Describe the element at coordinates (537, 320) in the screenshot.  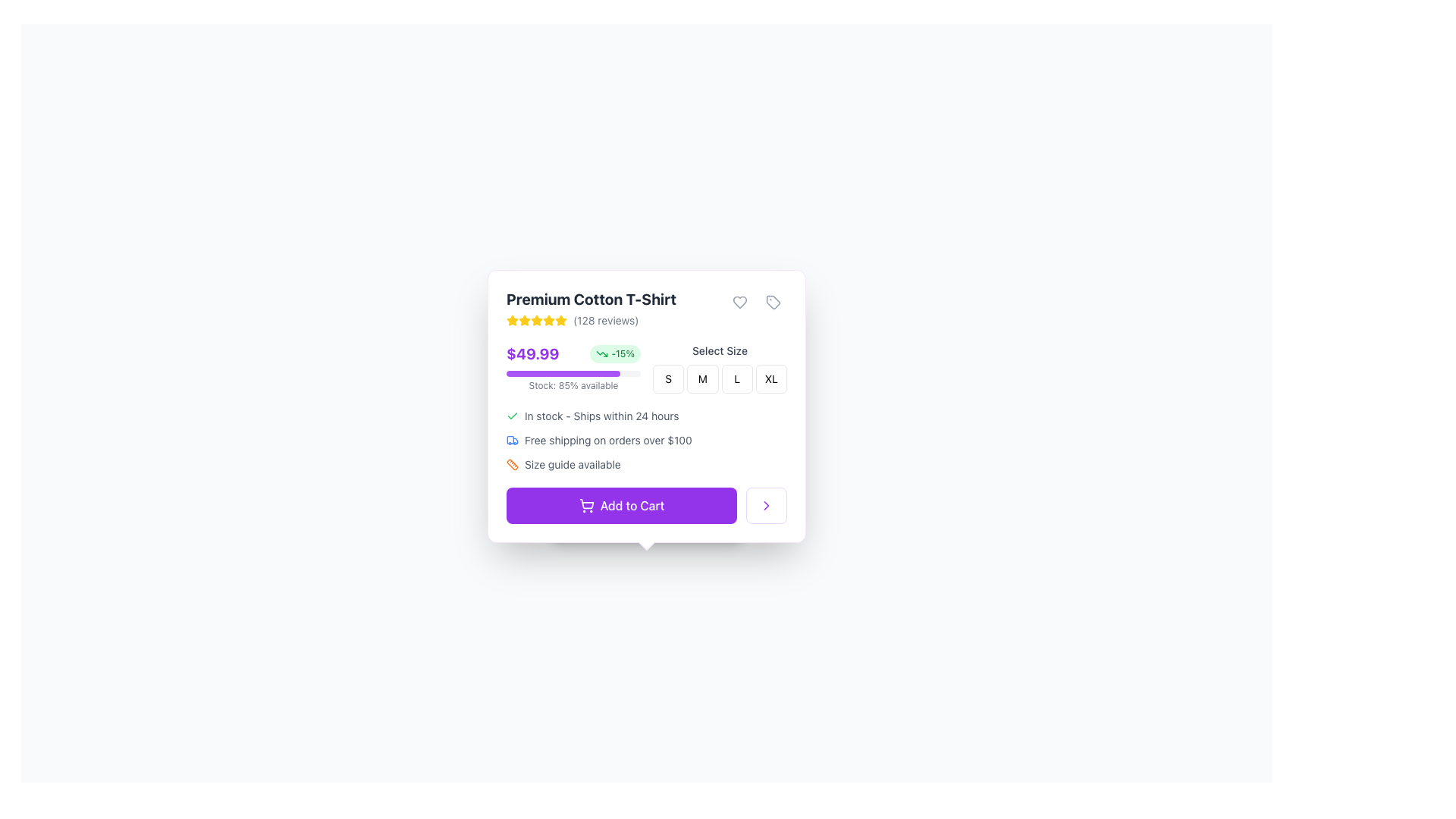
I see `the fourth star-shaped rating icon filled with yellow color, representing a 4-star rating, located above the product price` at that location.